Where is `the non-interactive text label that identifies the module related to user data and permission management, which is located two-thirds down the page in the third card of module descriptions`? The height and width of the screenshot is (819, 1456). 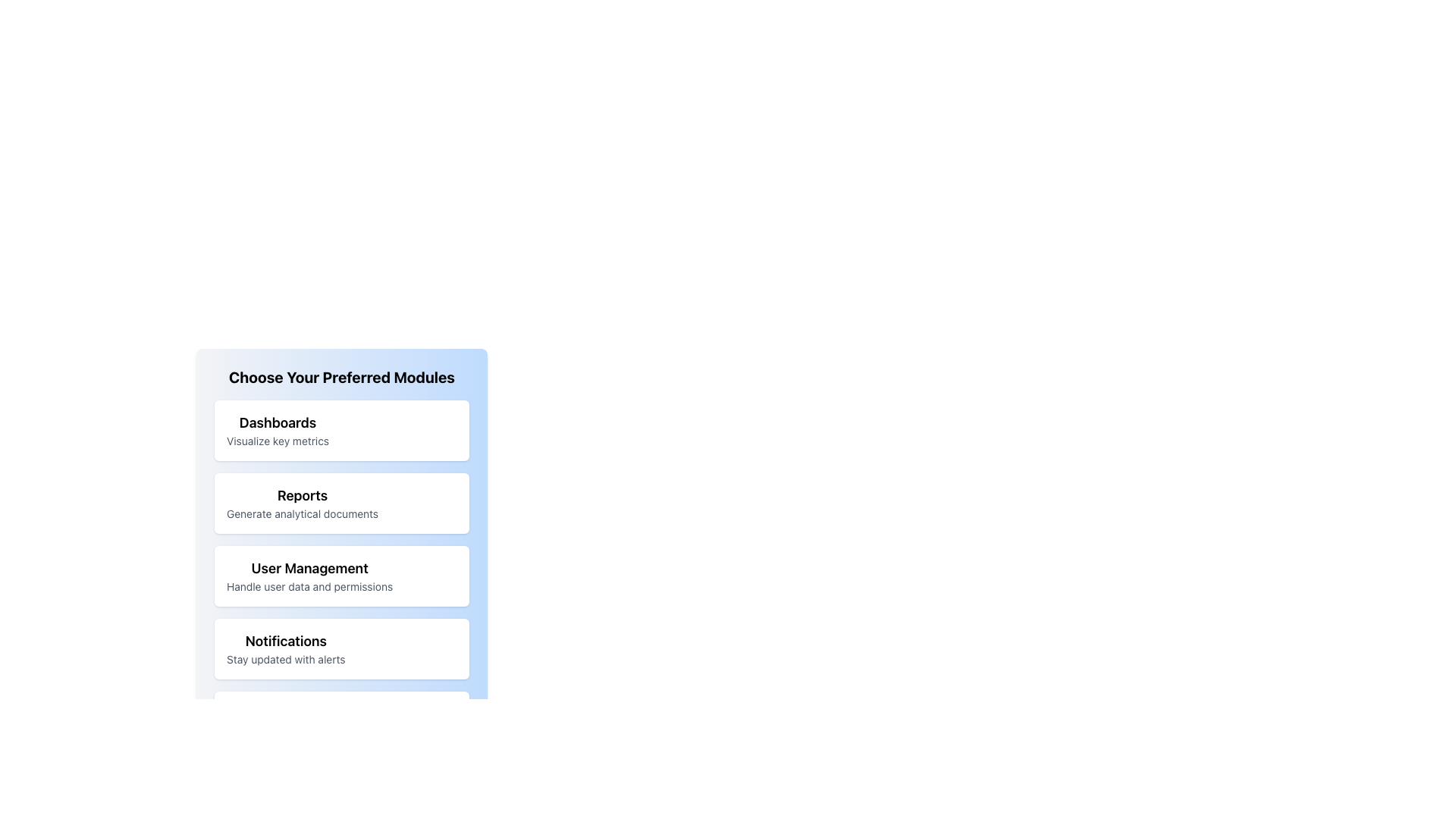
the non-interactive text label that identifies the module related to user data and permission management, which is located two-thirds down the page in the third card of module descriptions is located at coordinates (309, 568).